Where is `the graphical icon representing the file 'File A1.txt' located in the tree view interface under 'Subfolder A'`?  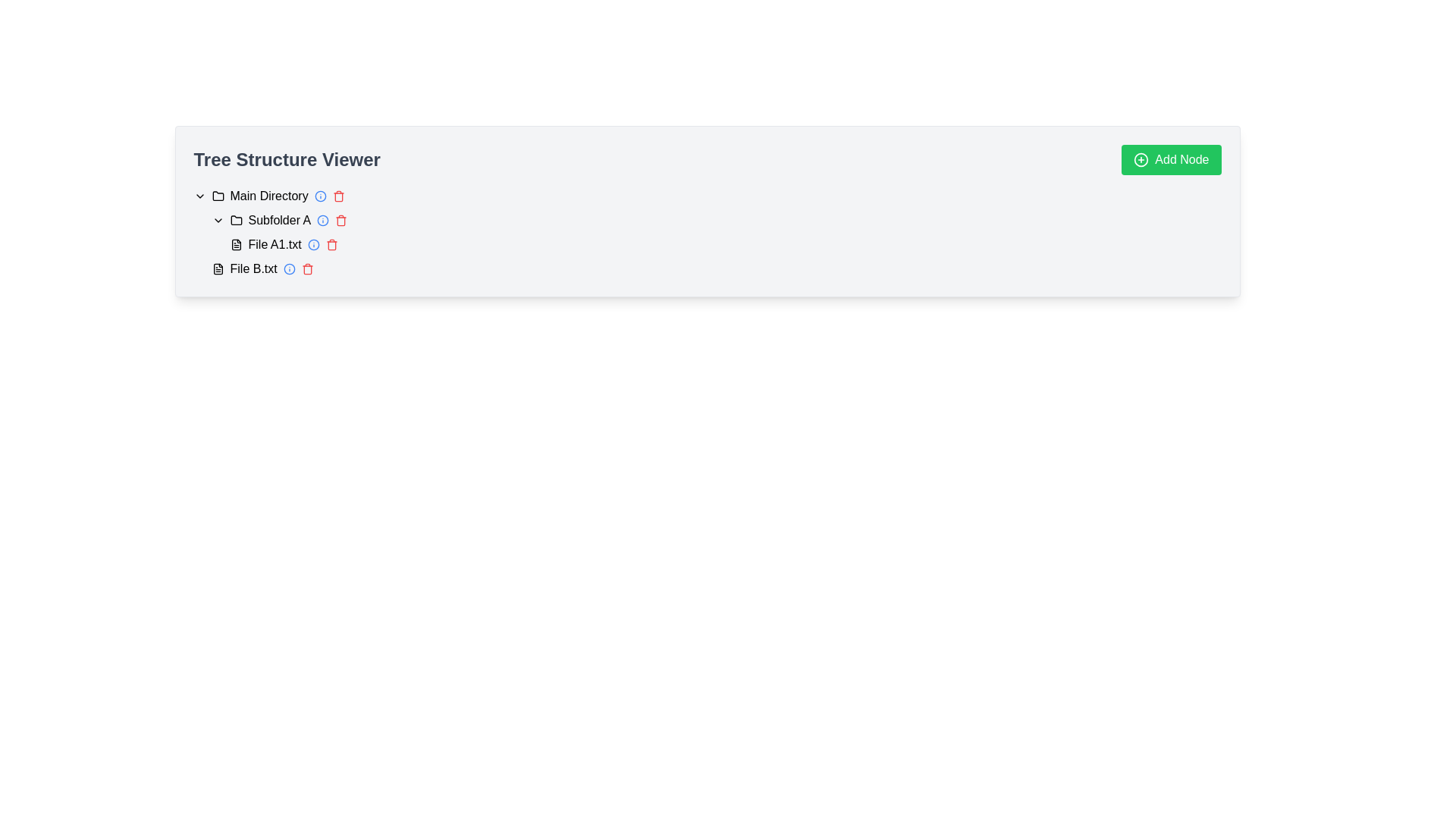
the graphical icon representing the file 'File A1.txt' located in the tree view interface under 'Subfolder A' is located at coordinates (235, 244).